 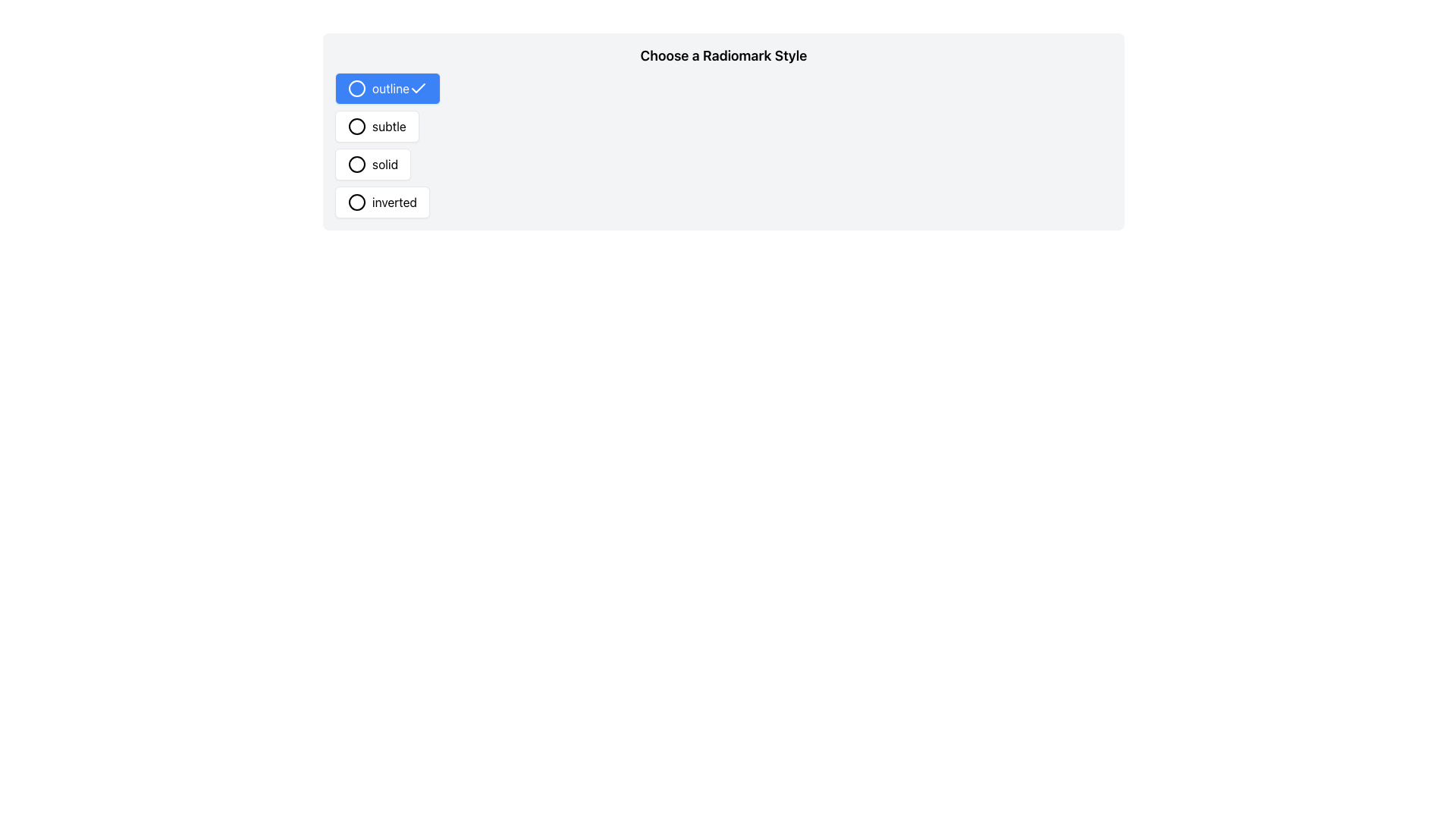 I want to click on the circular outline icon located at the leftmost side of the 'outline' button, so click(x=356, y=88).